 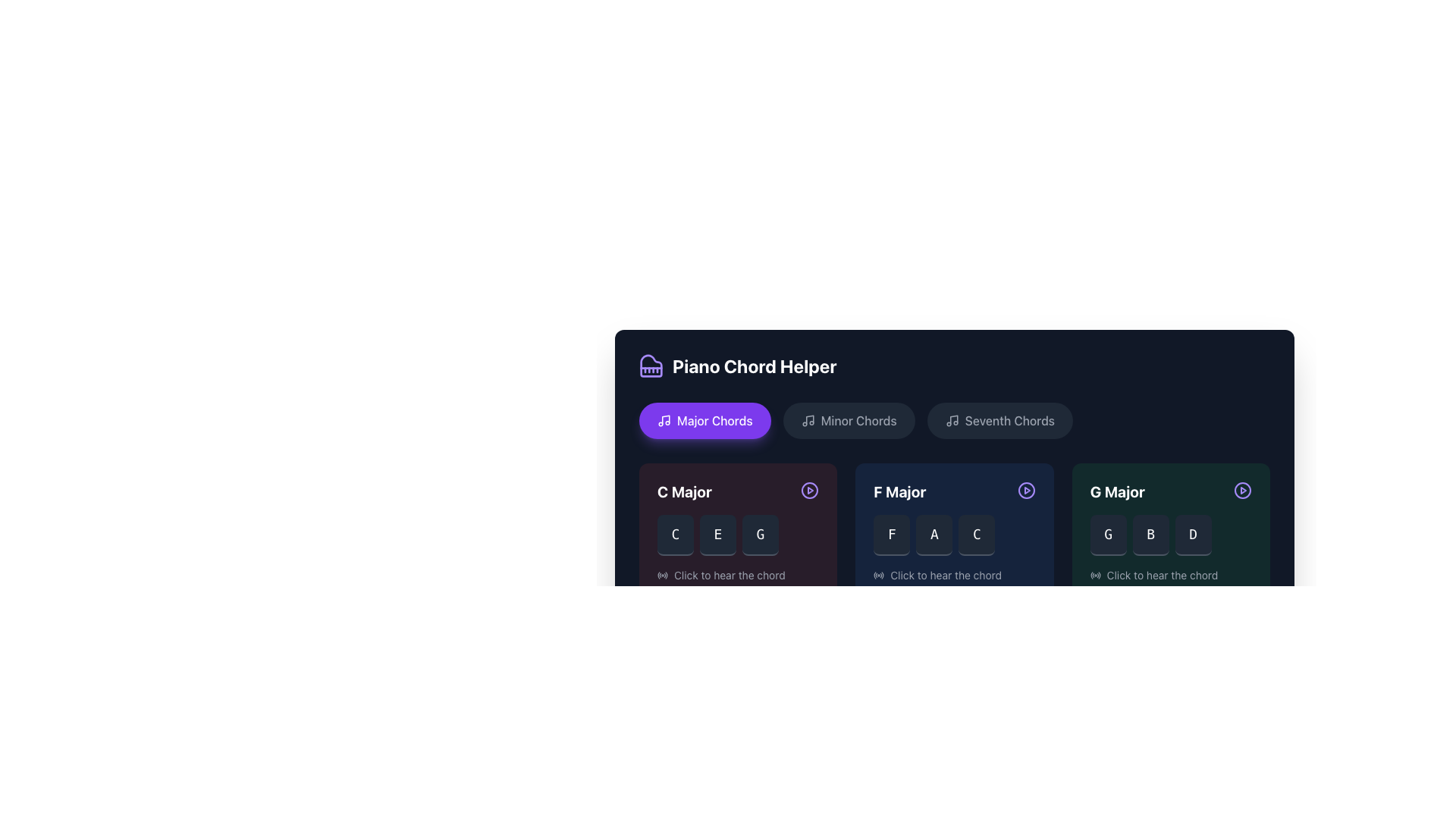 I want to click on the 'Major Chords' button, which is a horizontally aligned oval button with a purple background and white text, located under the 'Piano Chord Helper' title, so click(x=704, y=421).